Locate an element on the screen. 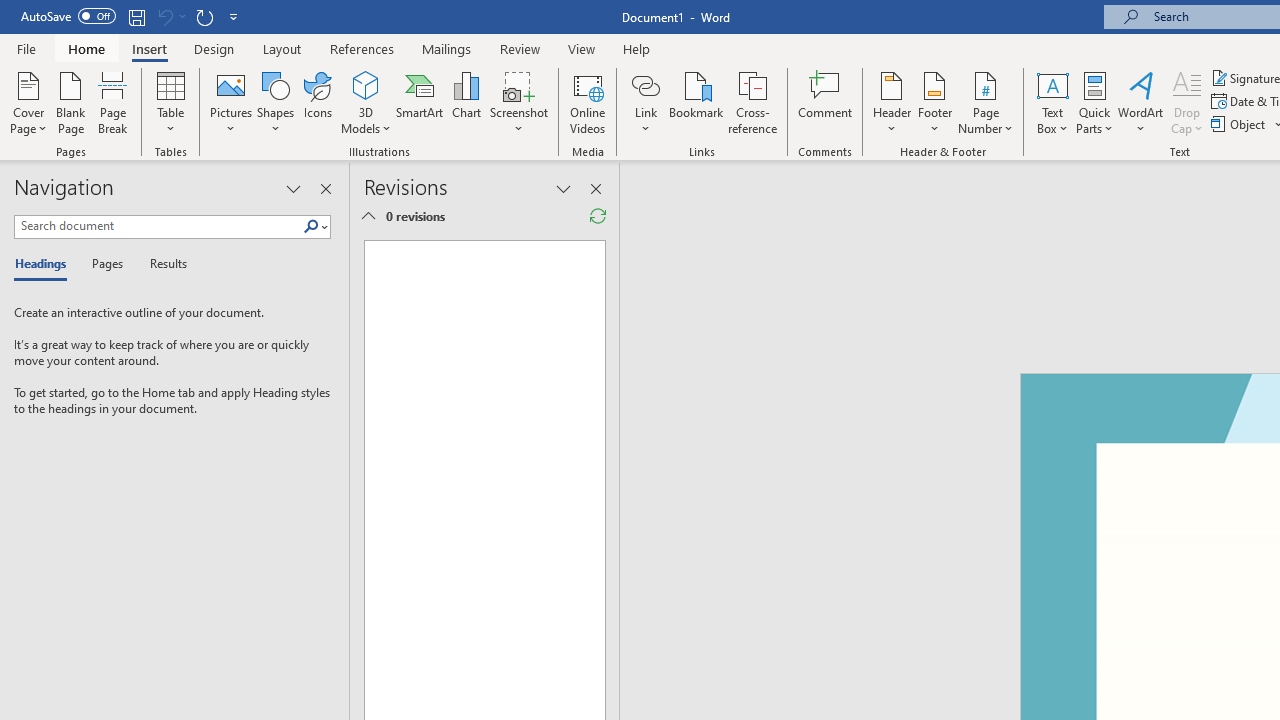  'Shapes' is located at coordinates (274, 103).